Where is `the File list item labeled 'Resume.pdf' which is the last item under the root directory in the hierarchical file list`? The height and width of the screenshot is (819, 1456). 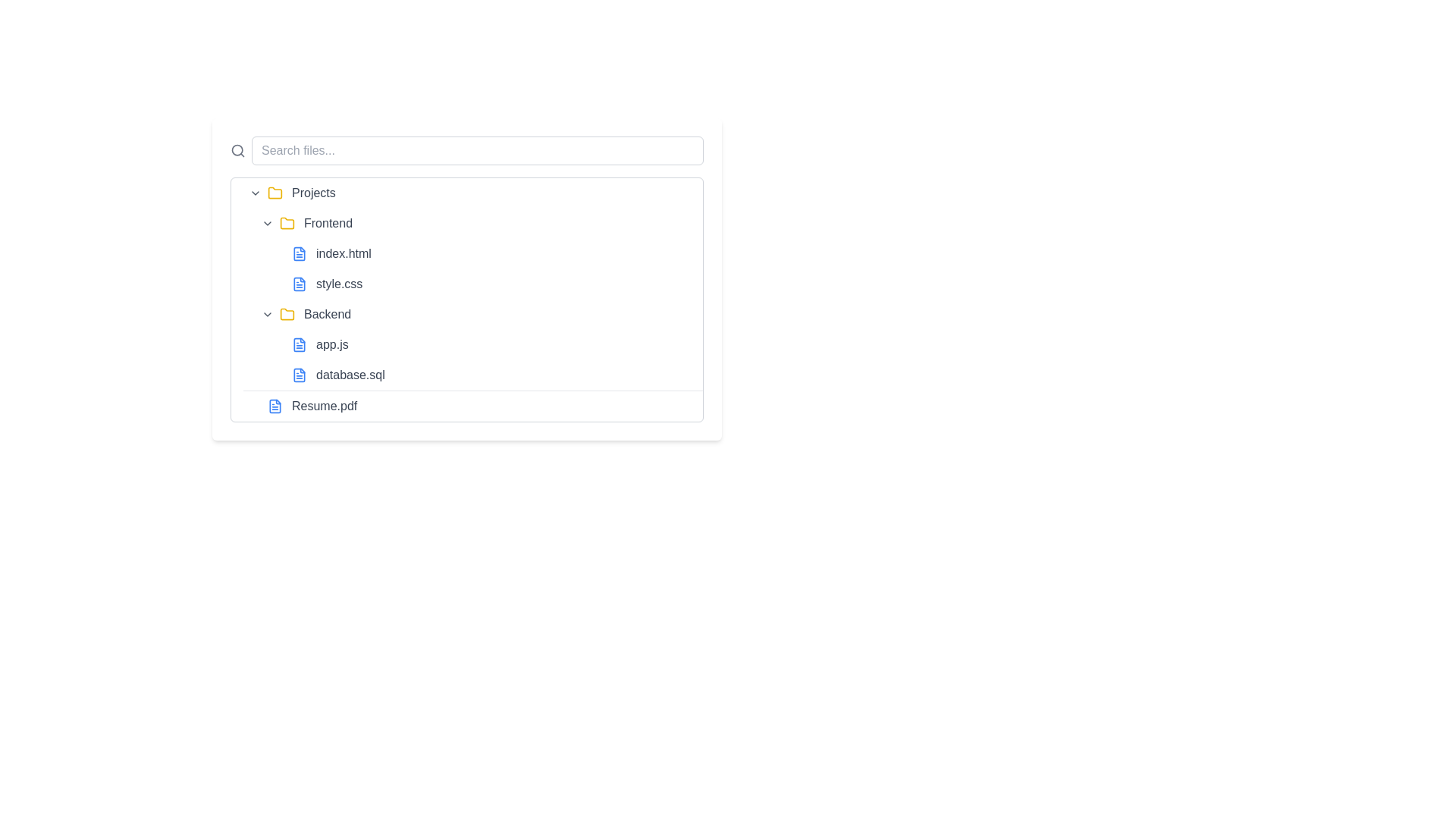
the File list item labeled 'Resume.pdf' which is the last item under the root directory in the hierarchical file list is located at coordinates (472, 406).